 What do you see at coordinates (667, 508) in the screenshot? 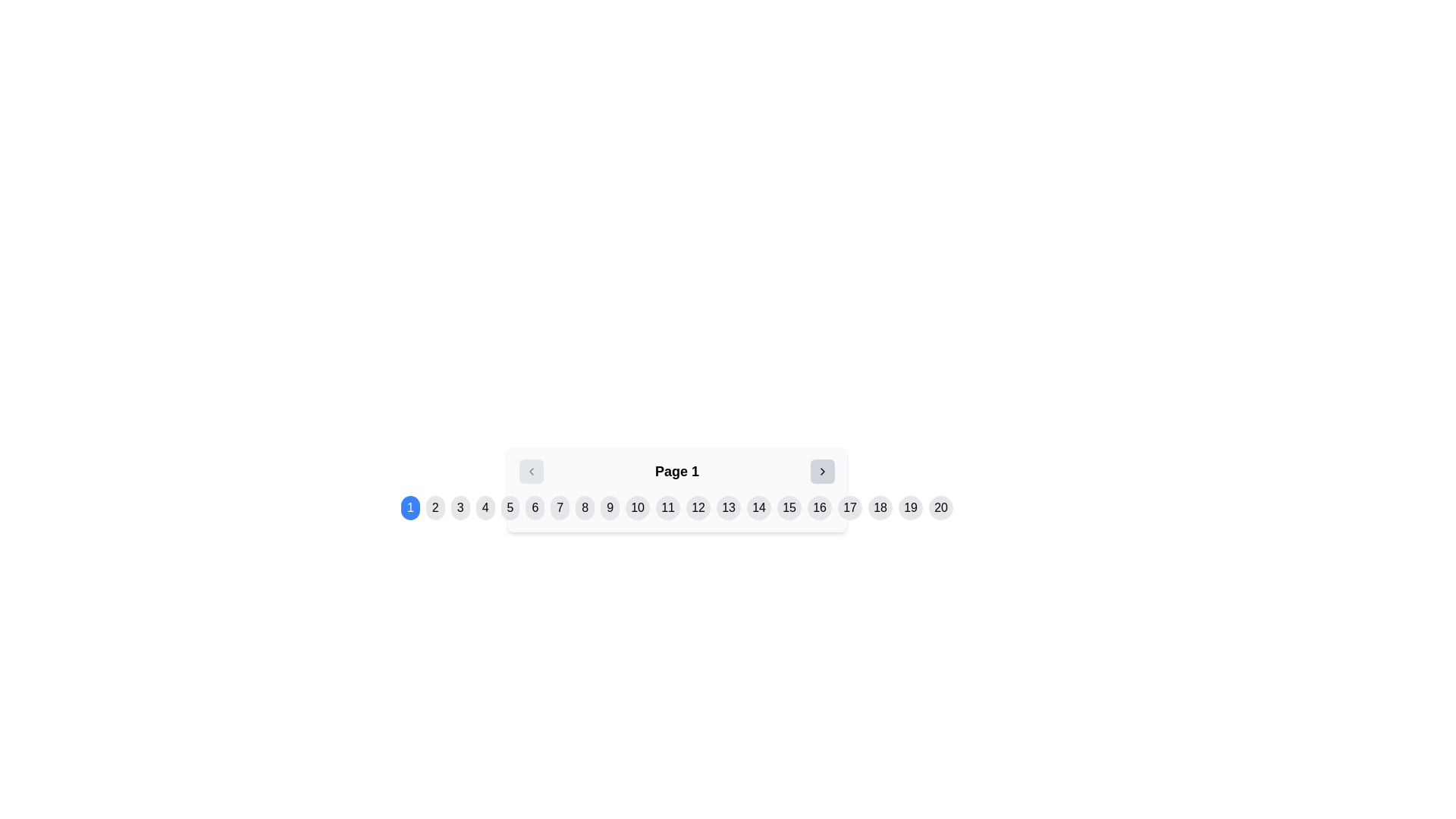
I see `the pagination button labeled '11'` at bounding box center [667, 508].